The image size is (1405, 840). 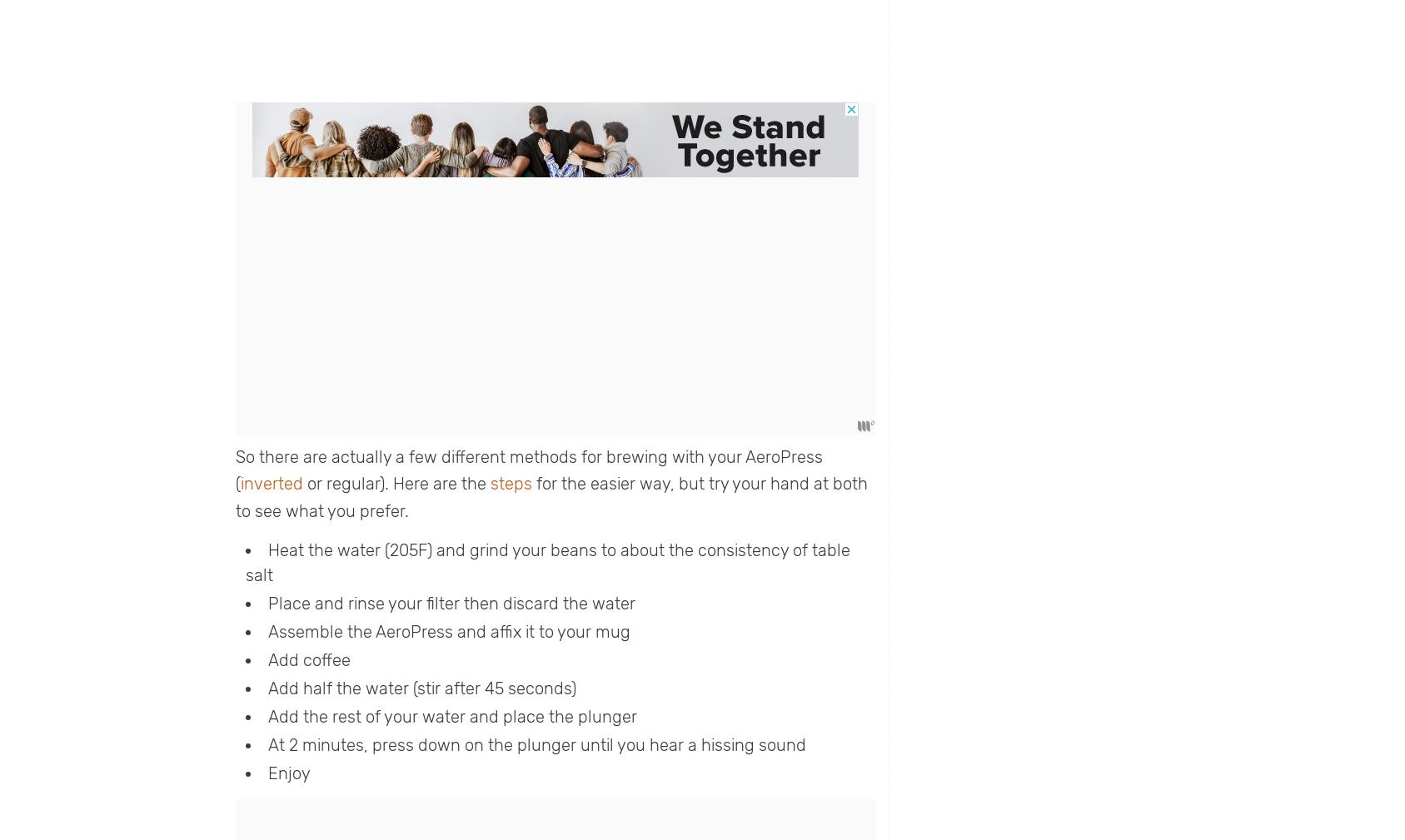 What do you see at coordinates (547, 563) in the screenshot?
I see `'Heat the water (205F) and grind your beans to about the consistency of table salt'` at bounding box center [547, 563].